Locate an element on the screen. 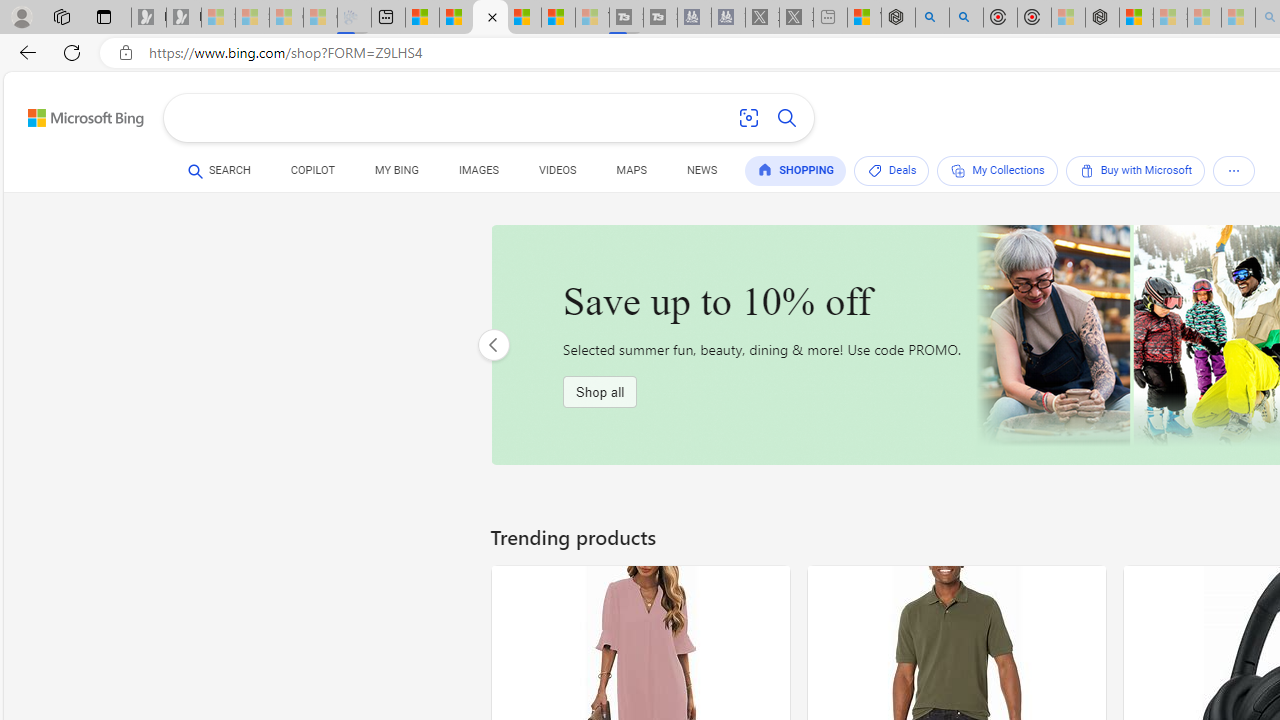 This screenshot has width=1280, height=720. 'New tab - Sleeping' is located at coordinates (830, 17).